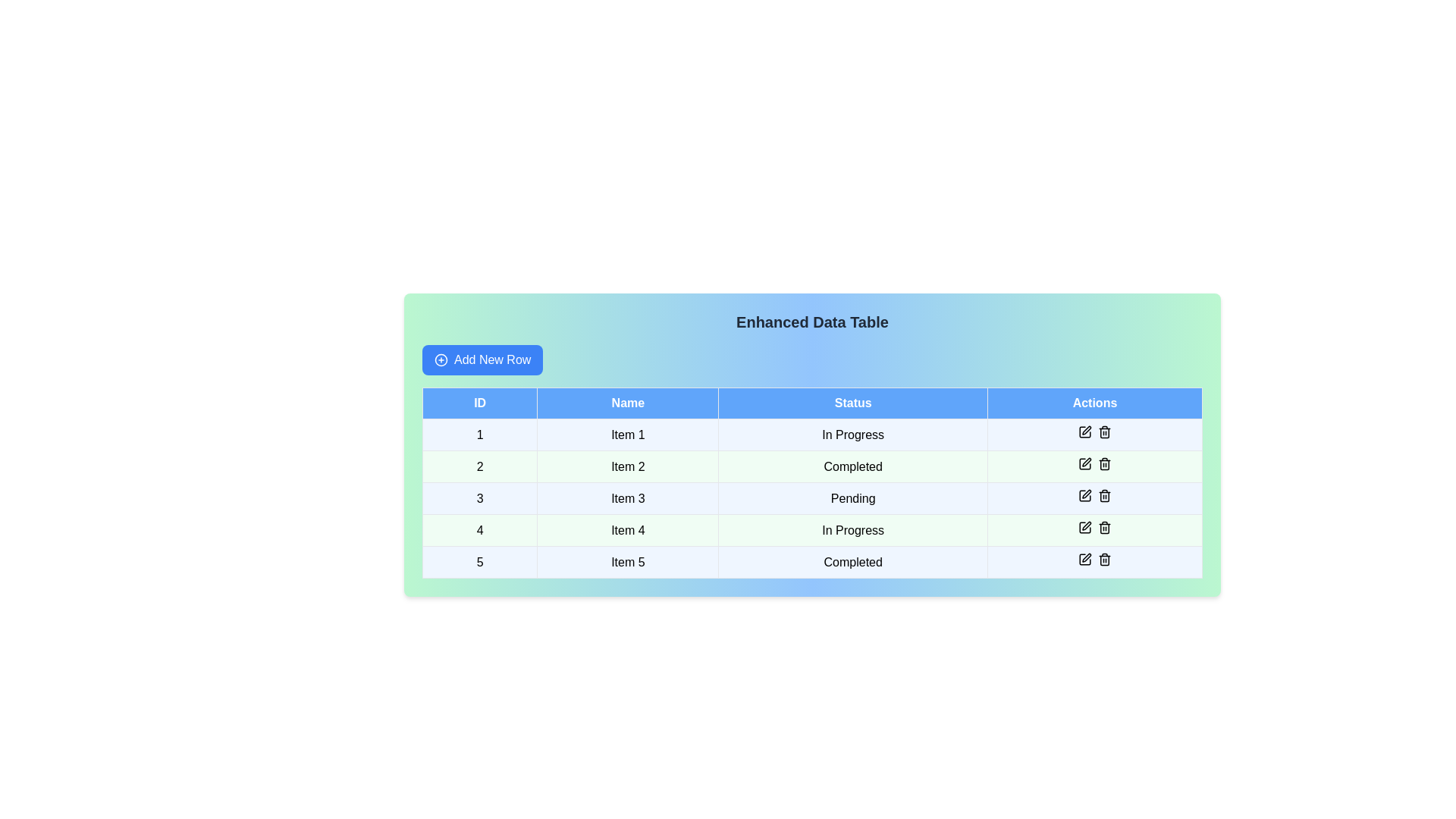  Describe the element at coordinates (853, 498) in the screenshot. I see `the static 'Pending' status text label located in the 'Status' column of the data table for 'Item 3'` at that location.